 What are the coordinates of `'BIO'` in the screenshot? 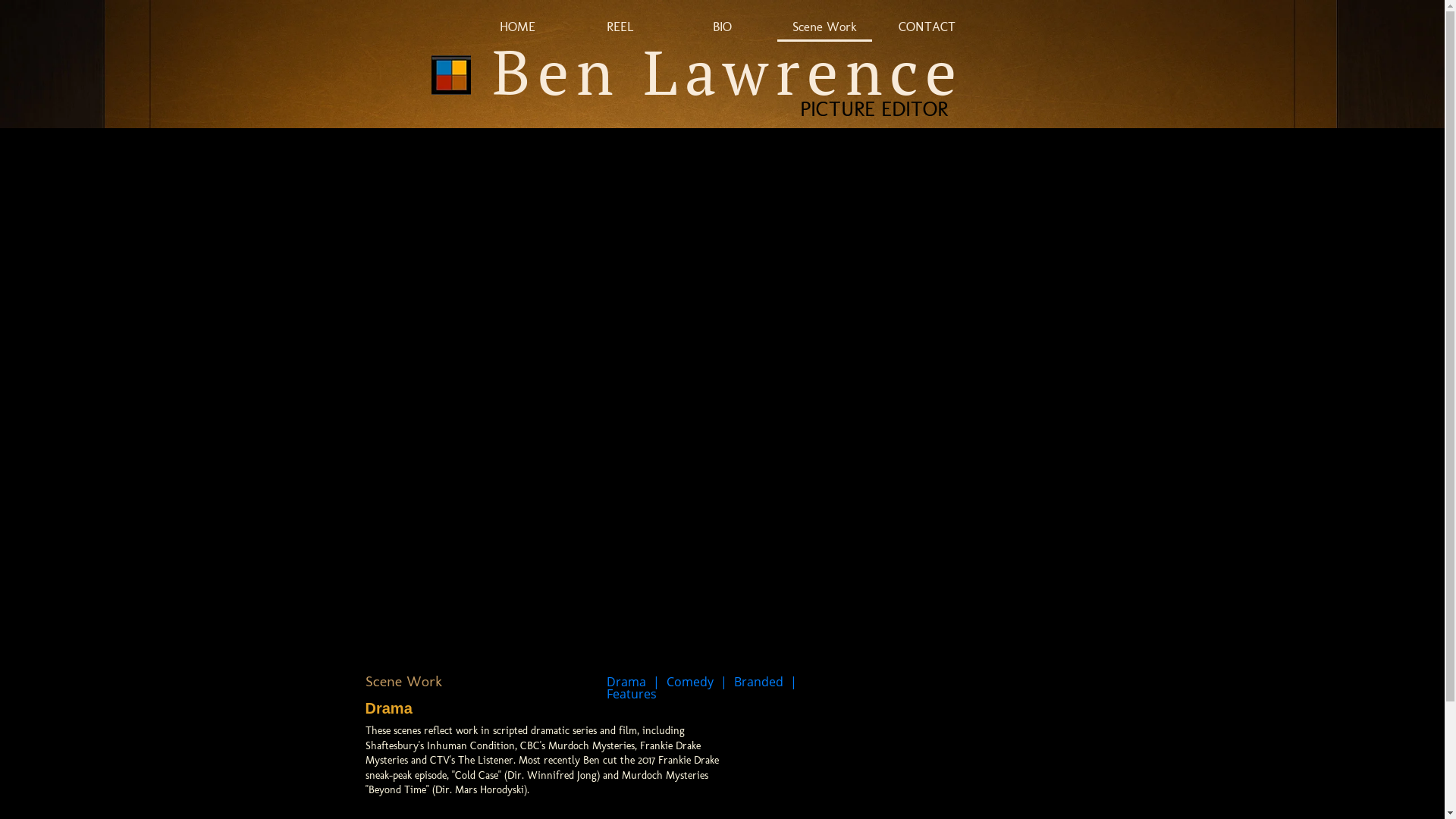 It's located at (721, 28).